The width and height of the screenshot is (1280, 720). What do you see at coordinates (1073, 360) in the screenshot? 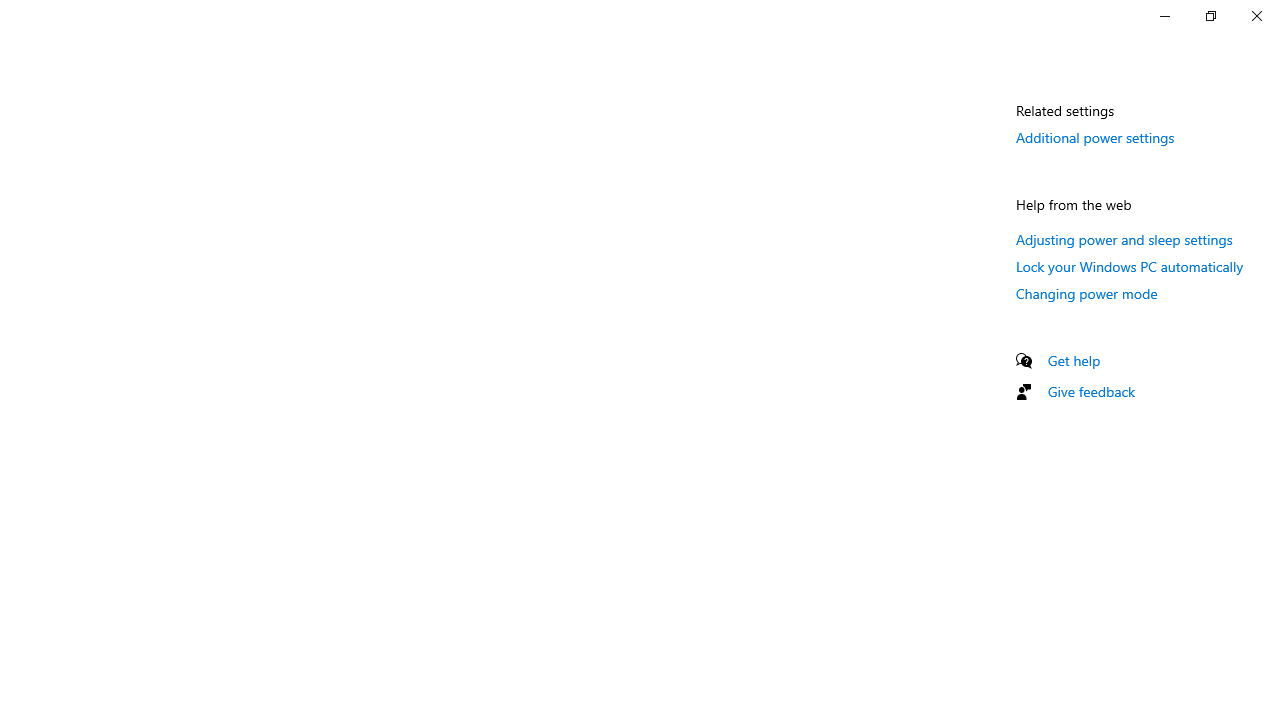
I see `'Get help'` at bounding box center [1073, 360].